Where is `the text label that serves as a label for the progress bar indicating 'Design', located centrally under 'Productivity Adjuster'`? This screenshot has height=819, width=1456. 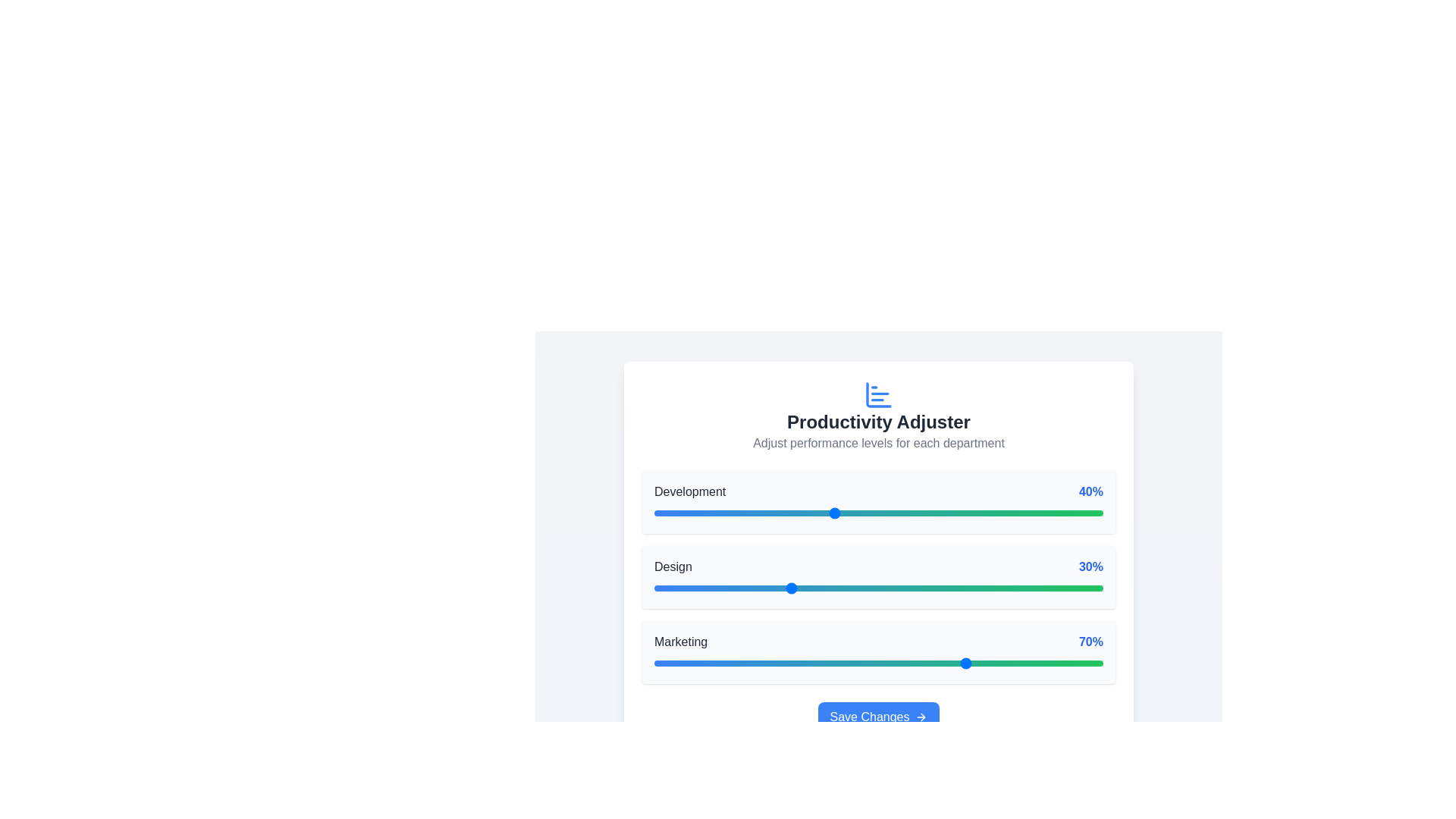 the text label that serves as a label for the progress bar indicating 'Design', located centrally under 'Productivity Adjuster' is located at coordinates (673, 567).